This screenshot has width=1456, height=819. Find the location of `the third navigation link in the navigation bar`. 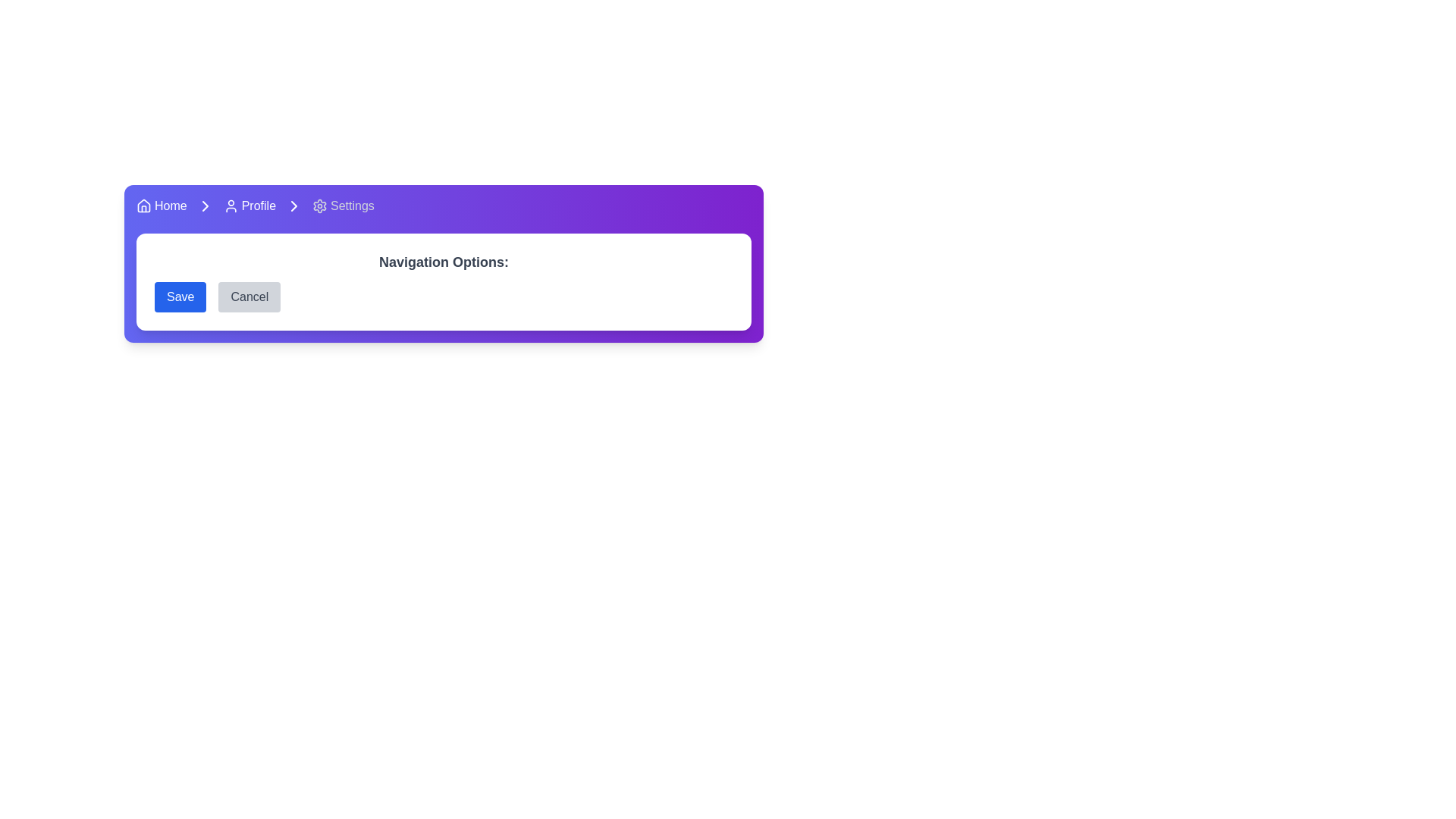

the third navigation link in the navigation bar is located at coordinates (342, 206).